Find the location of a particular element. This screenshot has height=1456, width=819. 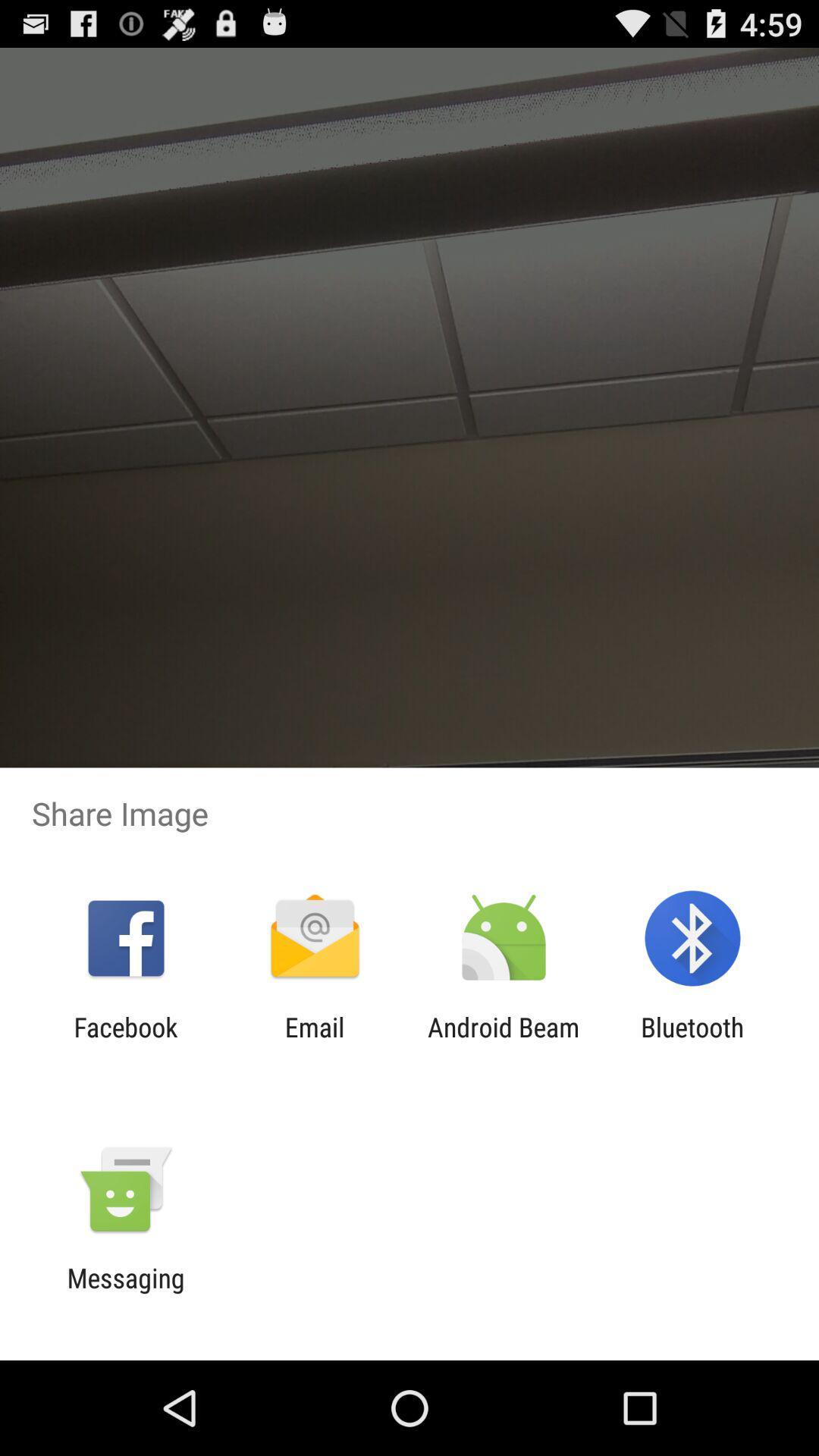

bluetooth is located at coordinates (692, 1042).